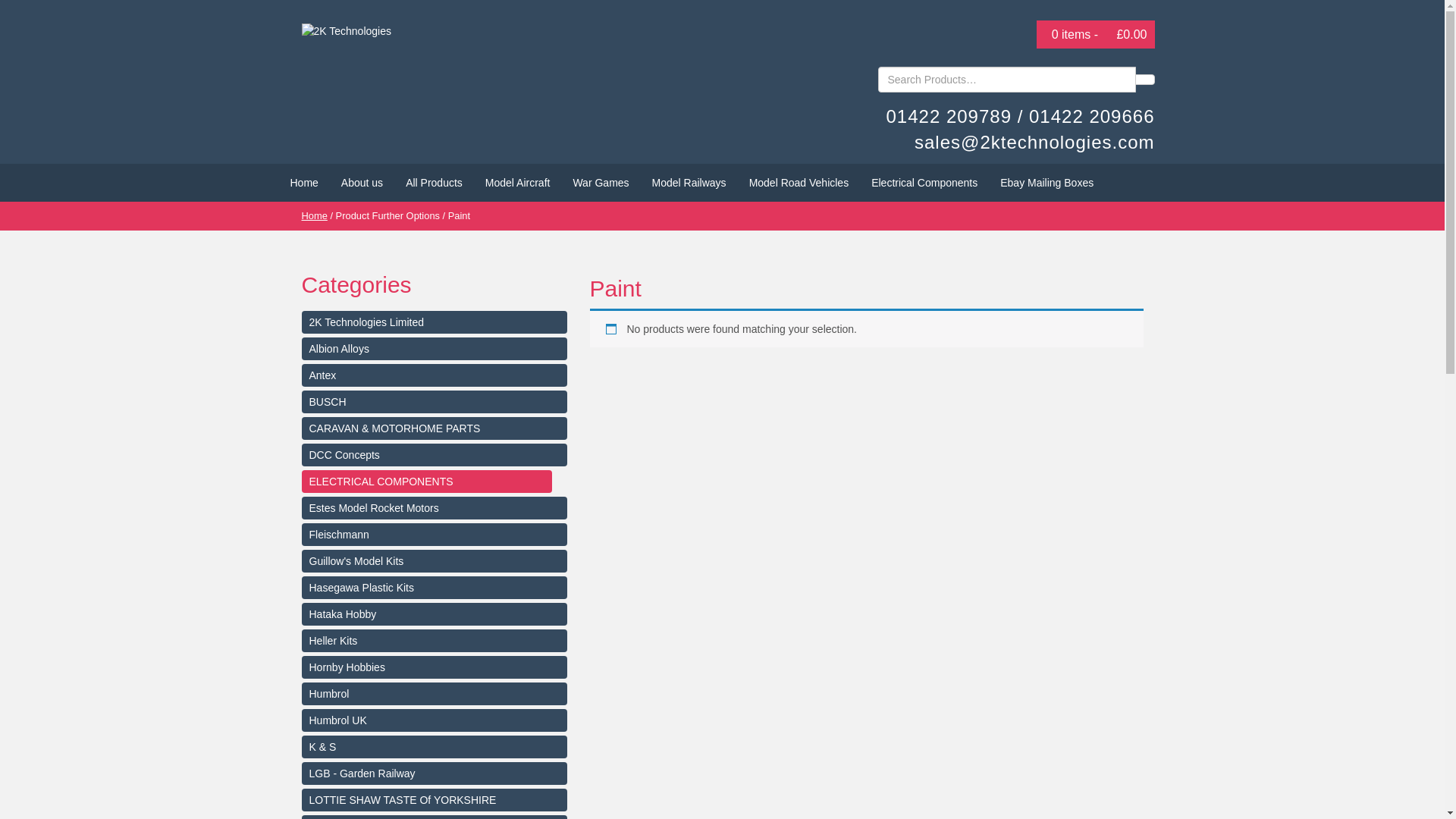 The width and height of the screenshot is (1456, 819). I want to click on 'War Games', so click(600, 181).